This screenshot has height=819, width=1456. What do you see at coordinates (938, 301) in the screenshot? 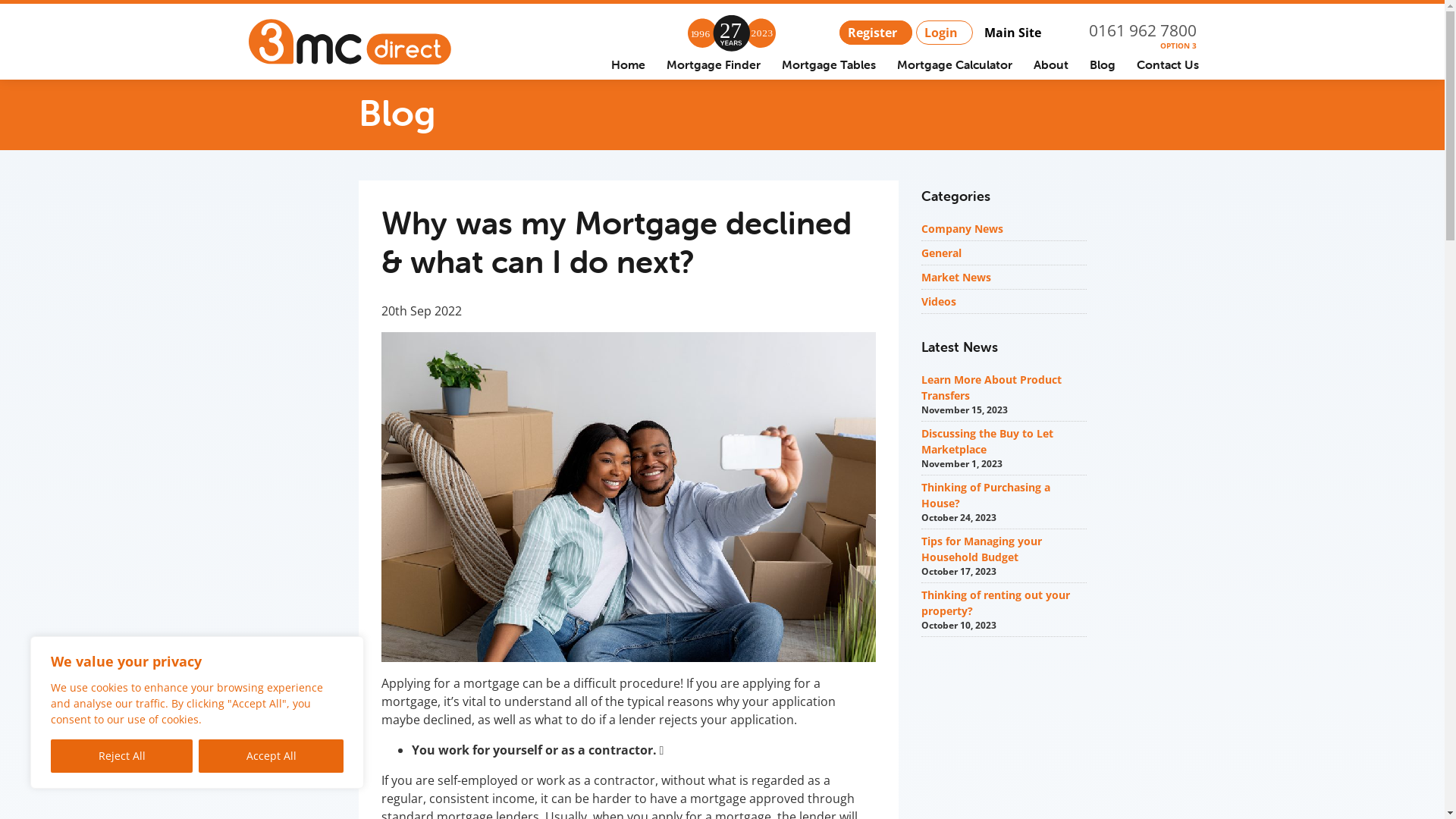
I see `'Videos'` at bounding box center [938, 301].